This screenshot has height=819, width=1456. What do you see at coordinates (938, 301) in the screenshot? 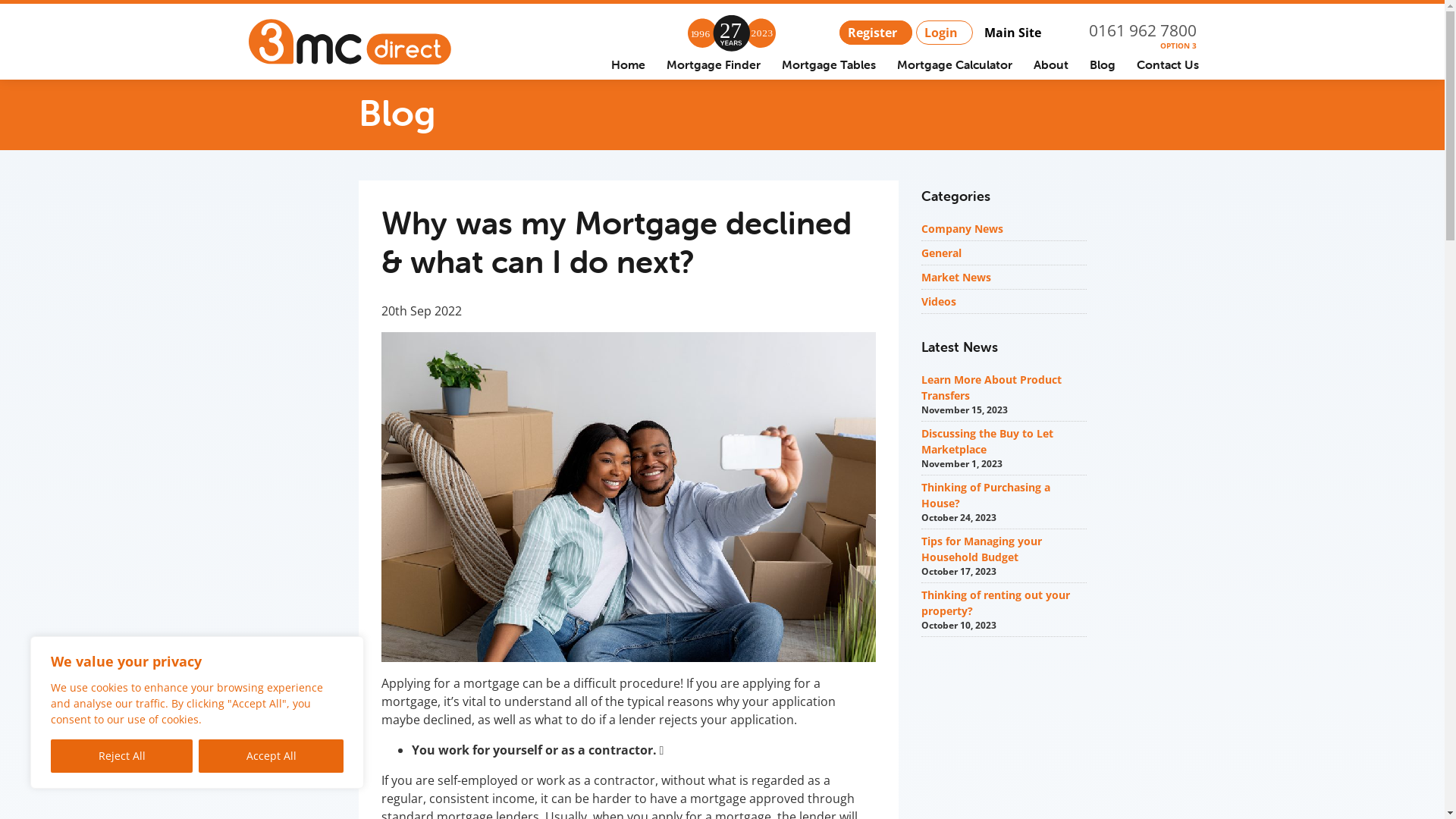
I see `'Videos'` at bounding box center [938, 301].